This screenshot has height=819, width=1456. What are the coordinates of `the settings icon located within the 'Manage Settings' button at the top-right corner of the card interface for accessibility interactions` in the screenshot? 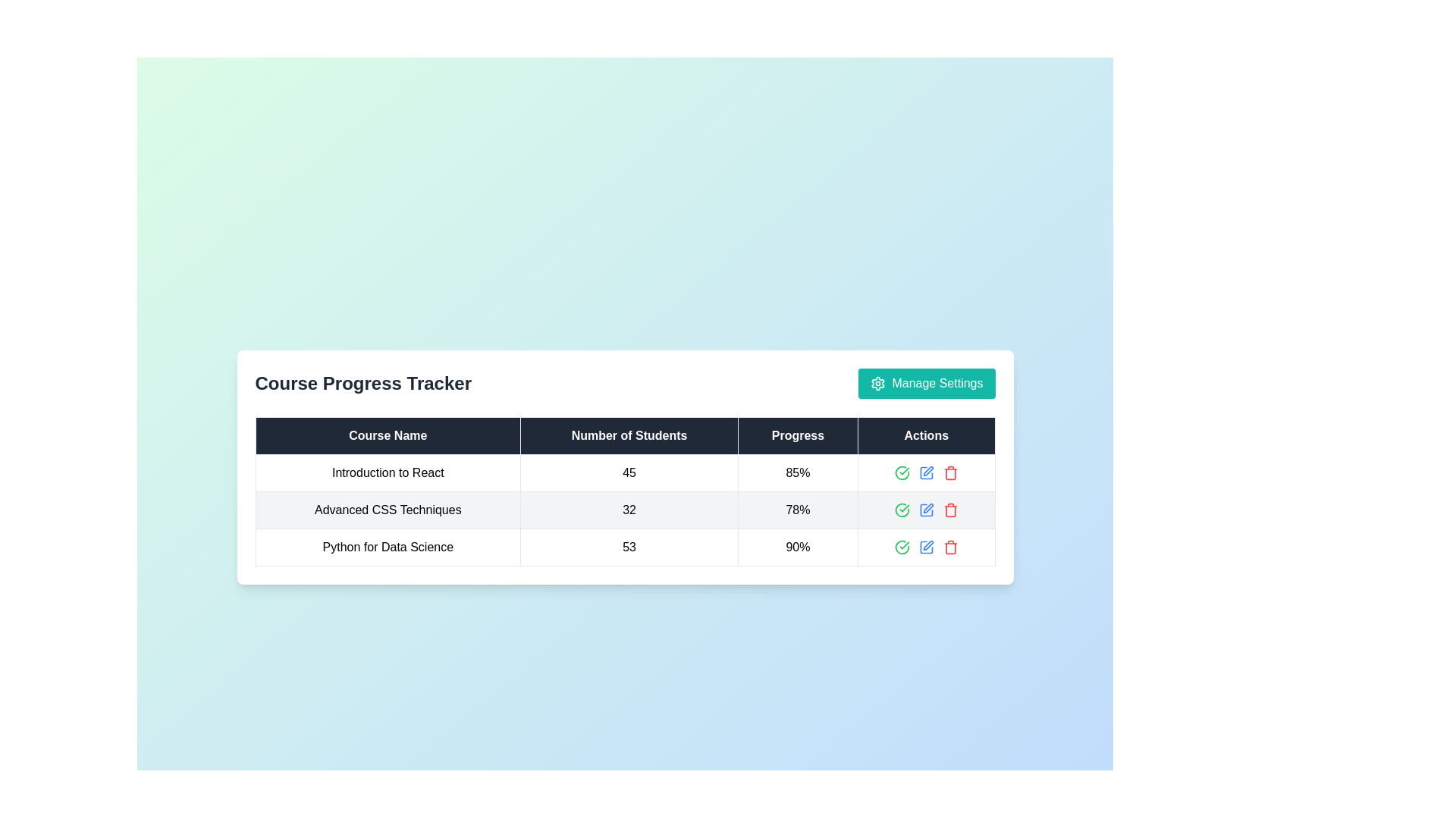 It's located at (878, 382).